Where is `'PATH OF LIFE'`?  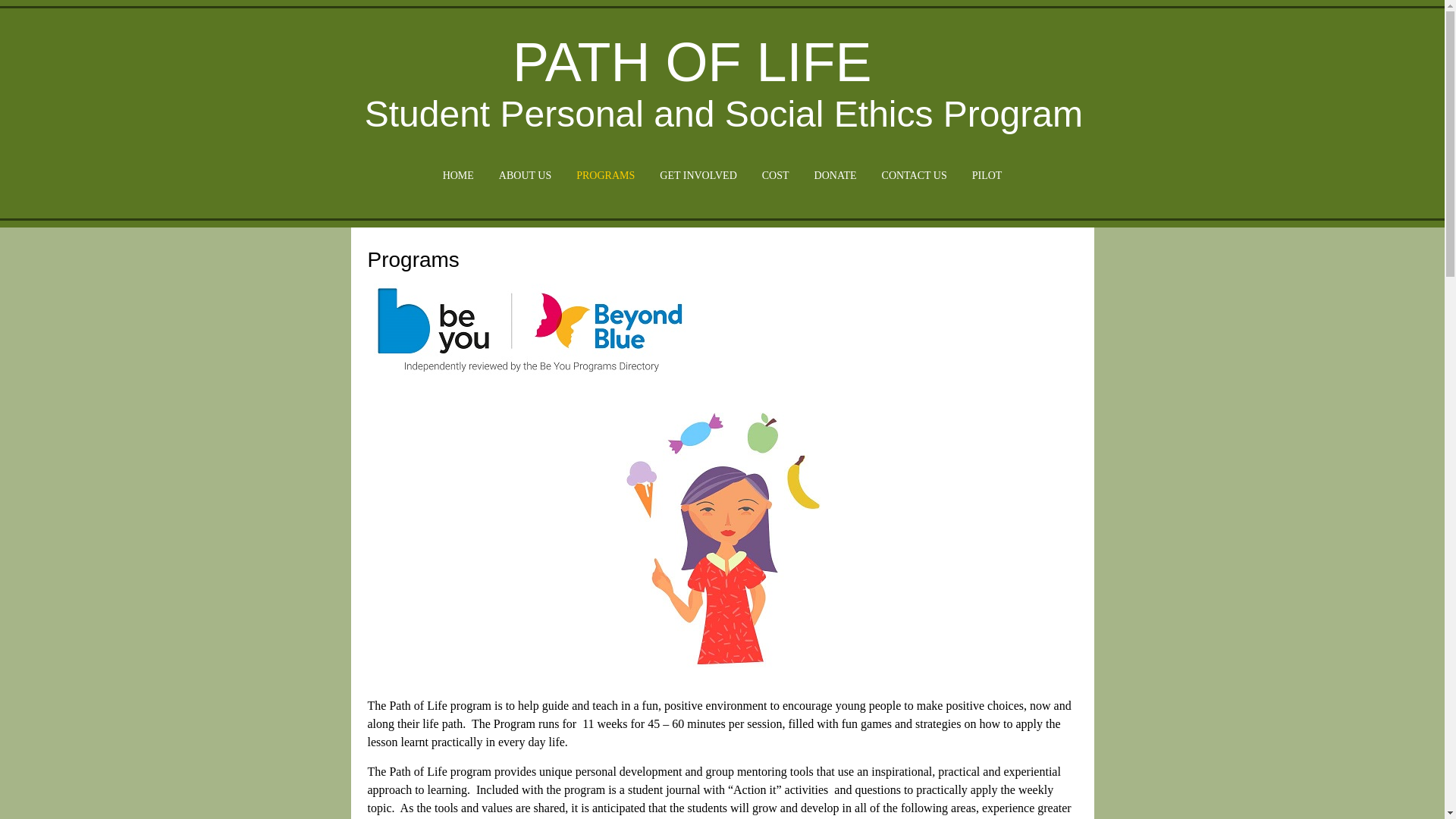 'PATH OF LIFE' is located at coordinates (691, 61).